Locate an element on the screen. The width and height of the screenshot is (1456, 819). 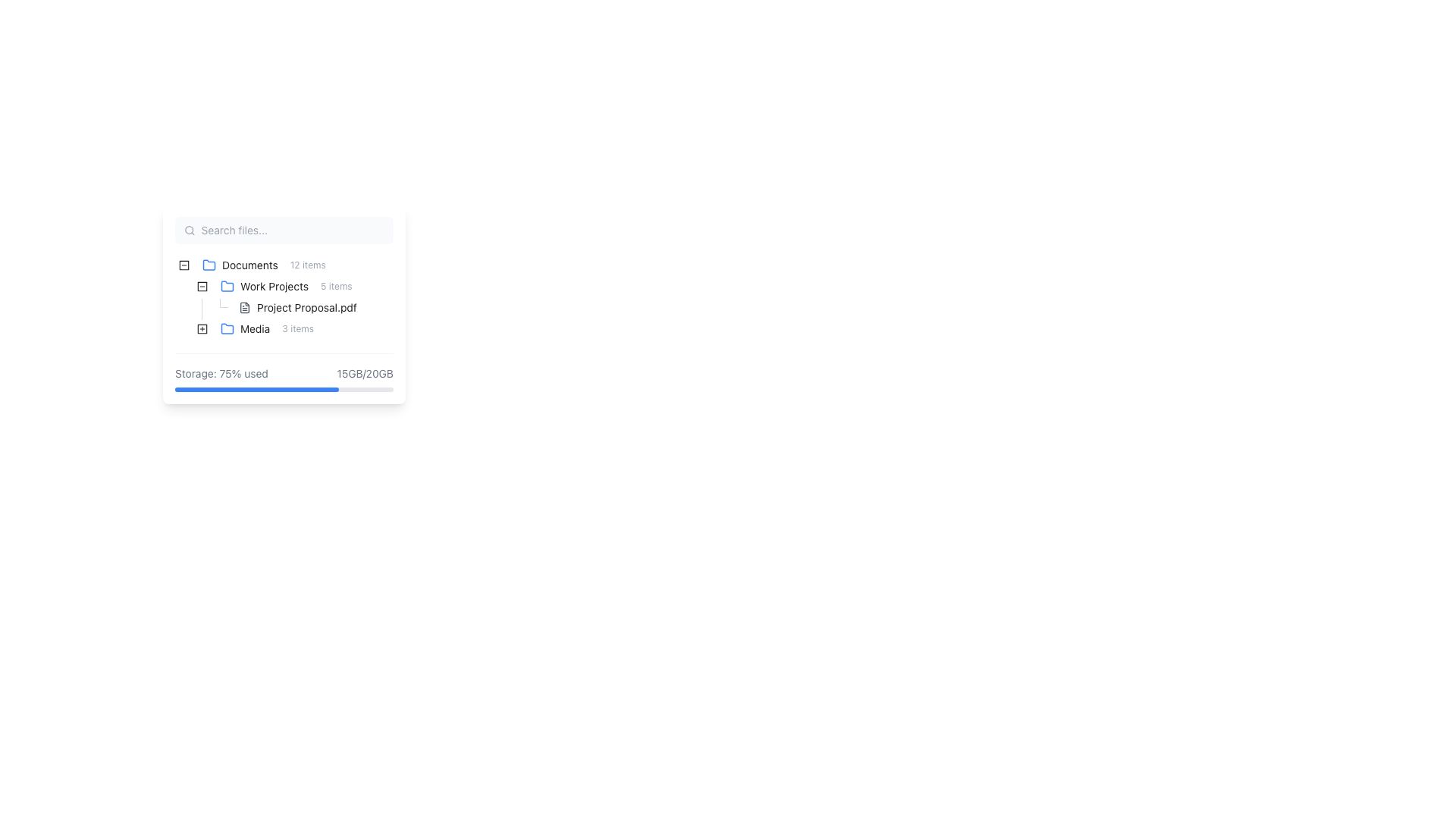
the folder icon representing 'Documents' is located at coordinates (208, 265).